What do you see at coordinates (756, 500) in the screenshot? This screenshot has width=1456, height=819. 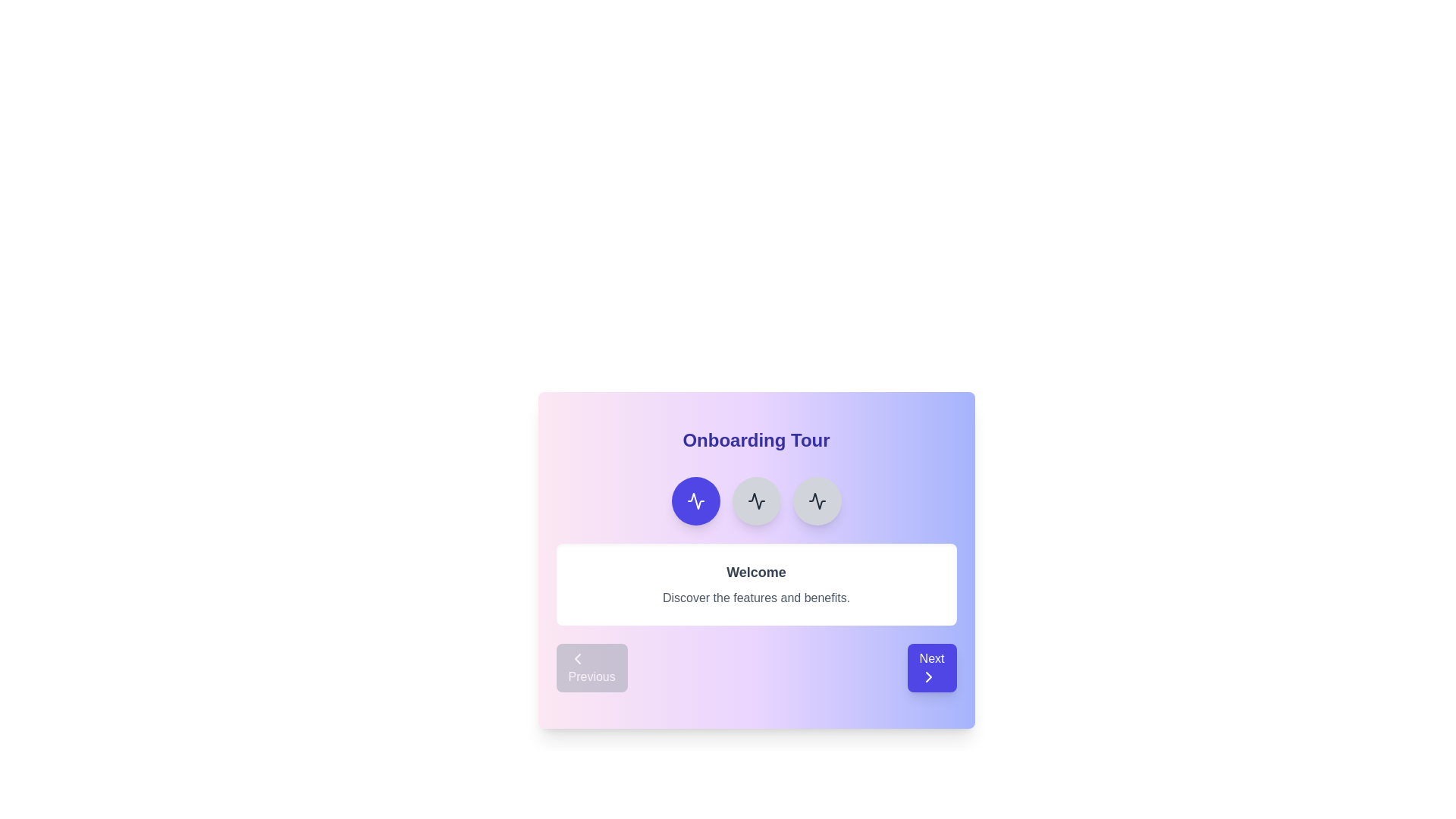 I see `the second circular button within the 'Onboarding Tour' card` at bounding box center [756, 500].